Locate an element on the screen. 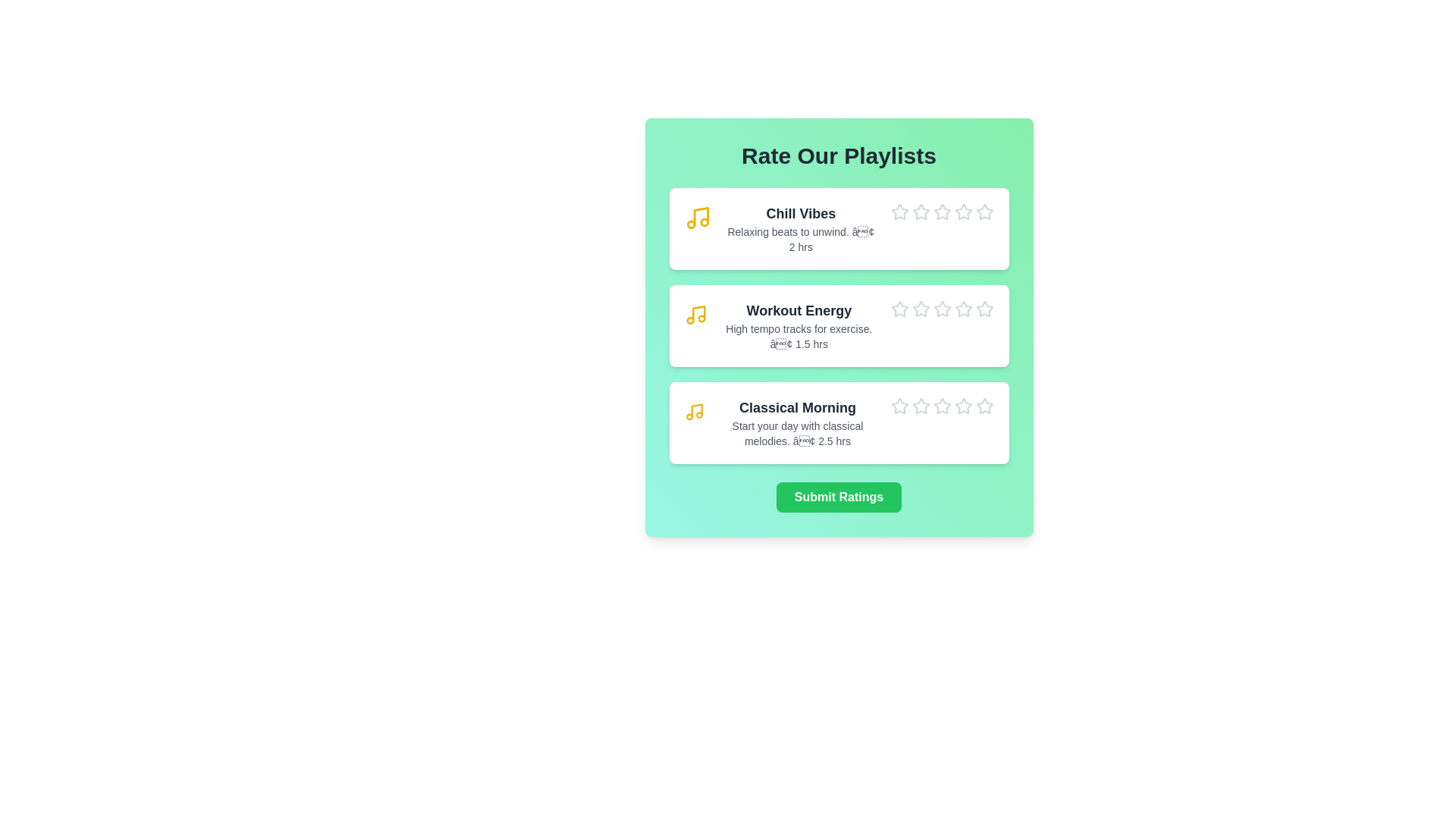  the star icon corresponding to 5 stars for the playlist Workout Energy is located at coordinates (975, 300).